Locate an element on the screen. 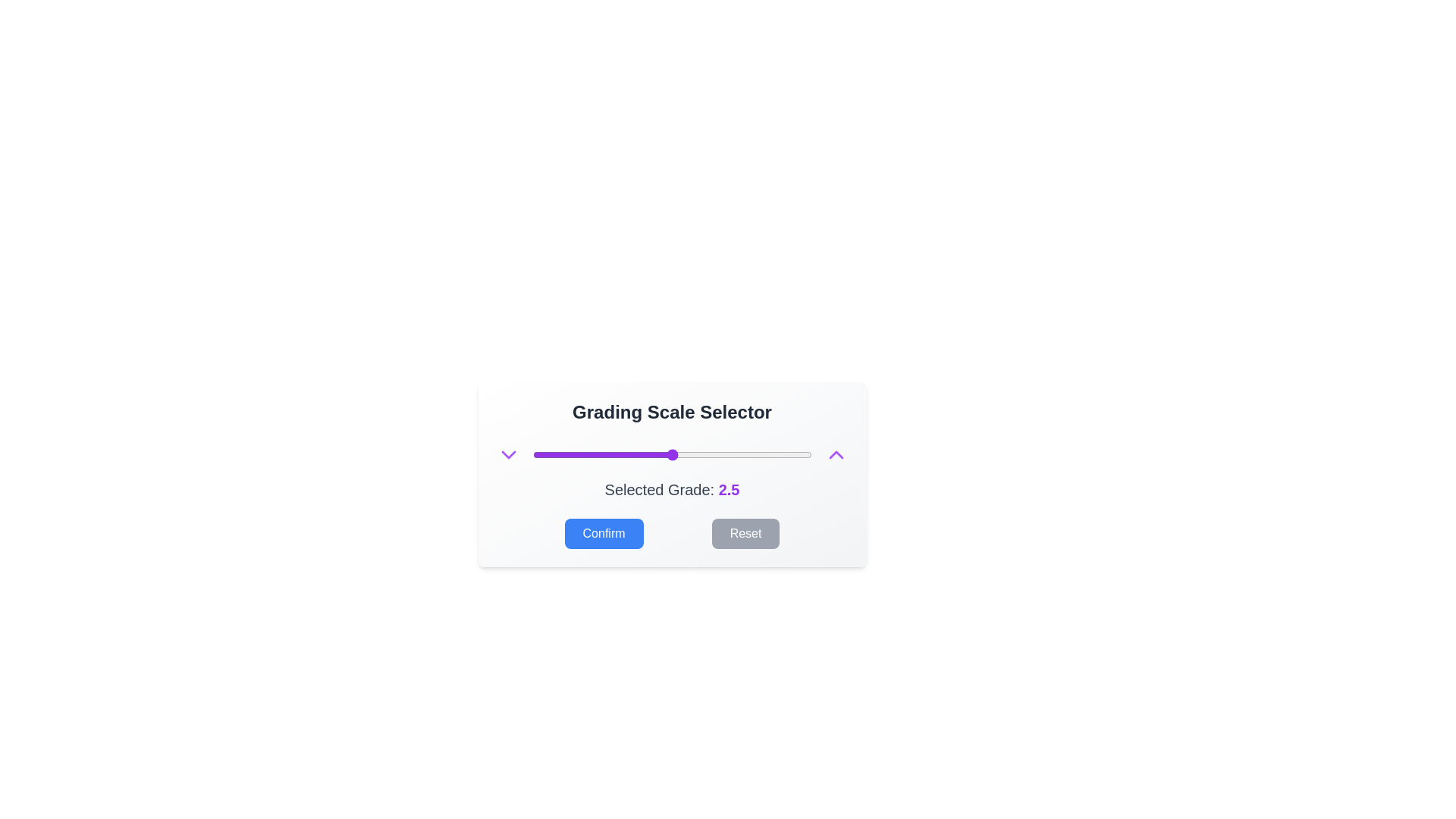  the 'Reset' button to reset the grade to its default value is located at coordinates (745, 533).